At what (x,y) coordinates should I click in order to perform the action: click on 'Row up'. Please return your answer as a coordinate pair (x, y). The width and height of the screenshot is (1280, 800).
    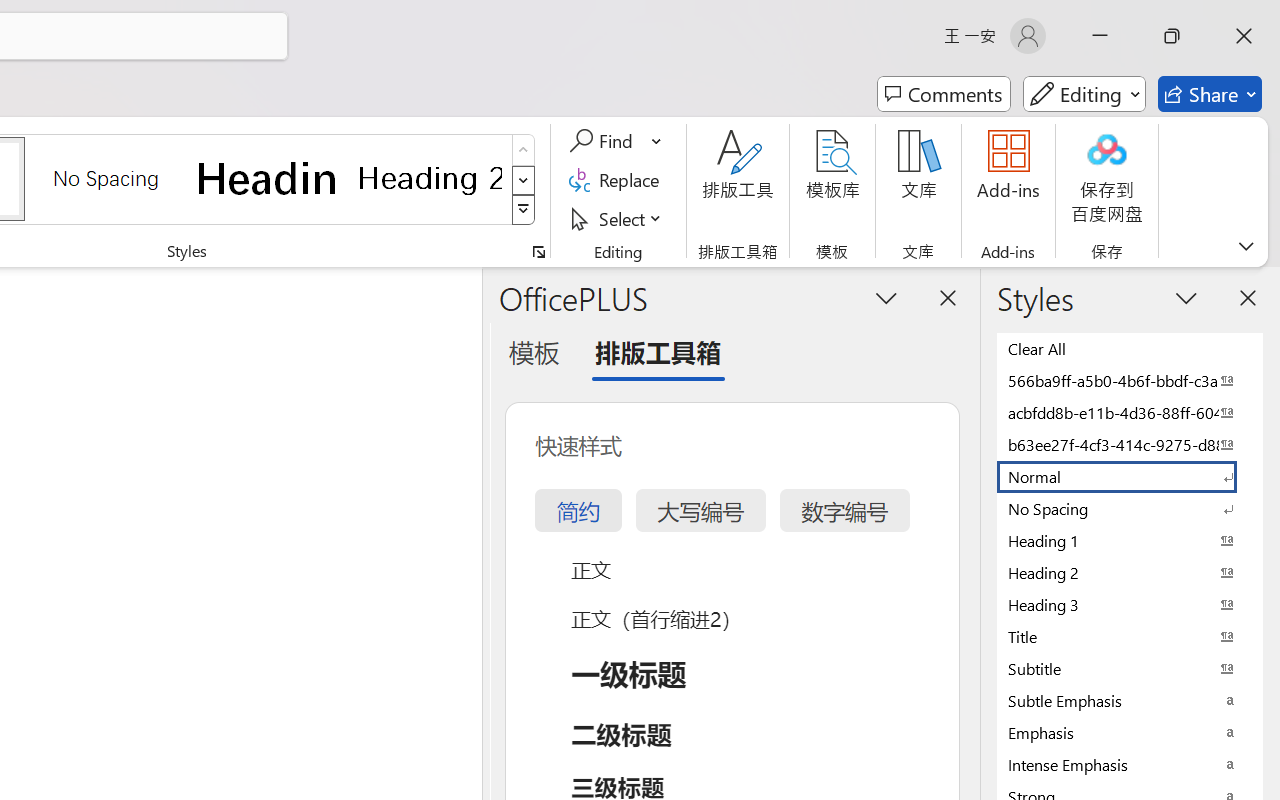
    Looking at the image, I should click on (523, 150).